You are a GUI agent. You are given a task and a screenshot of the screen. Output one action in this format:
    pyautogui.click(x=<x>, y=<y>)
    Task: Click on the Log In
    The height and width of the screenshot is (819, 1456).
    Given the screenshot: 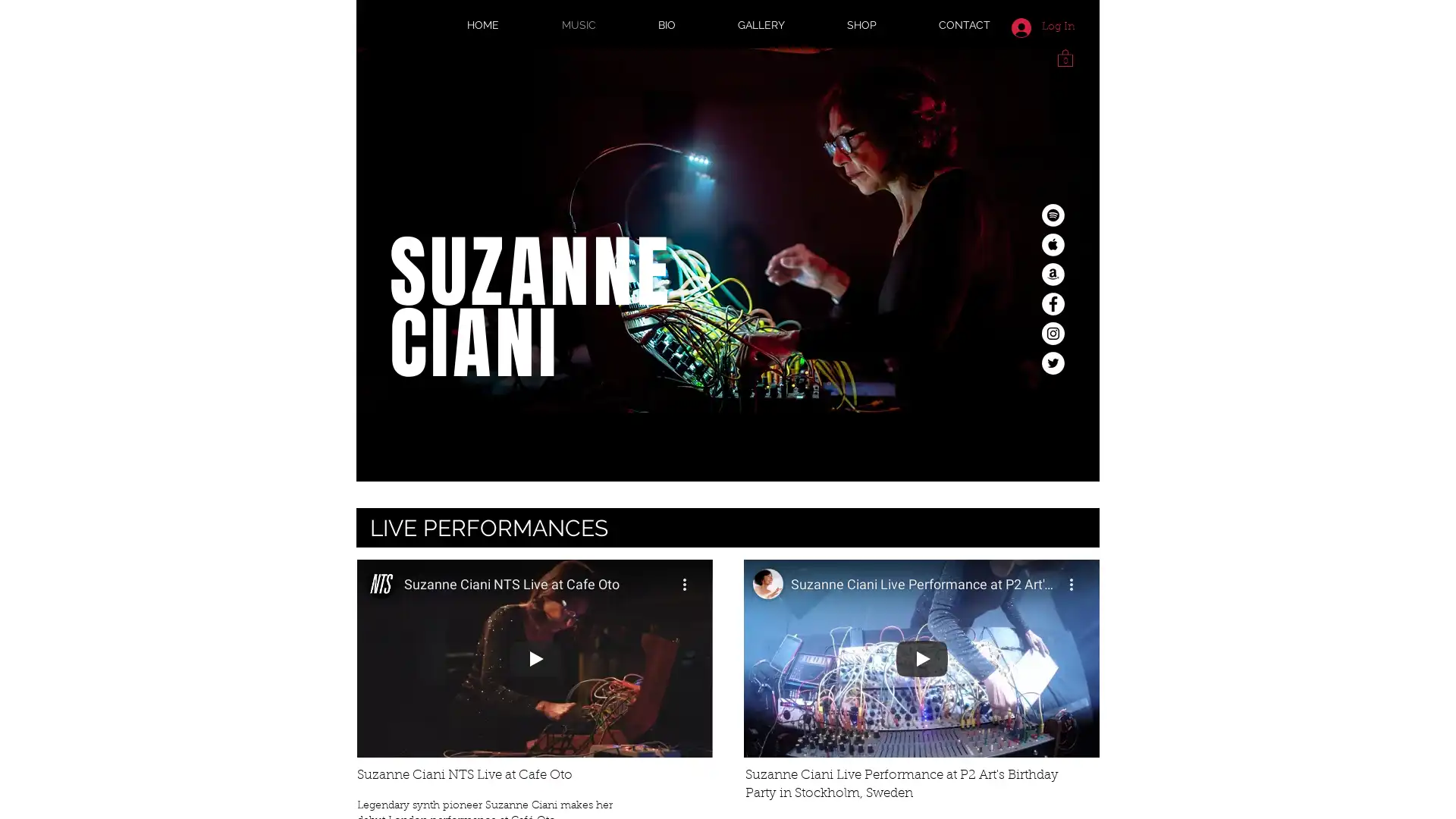 What is the action you would take?
    pyautogui.click(x=1042, y=27)
    